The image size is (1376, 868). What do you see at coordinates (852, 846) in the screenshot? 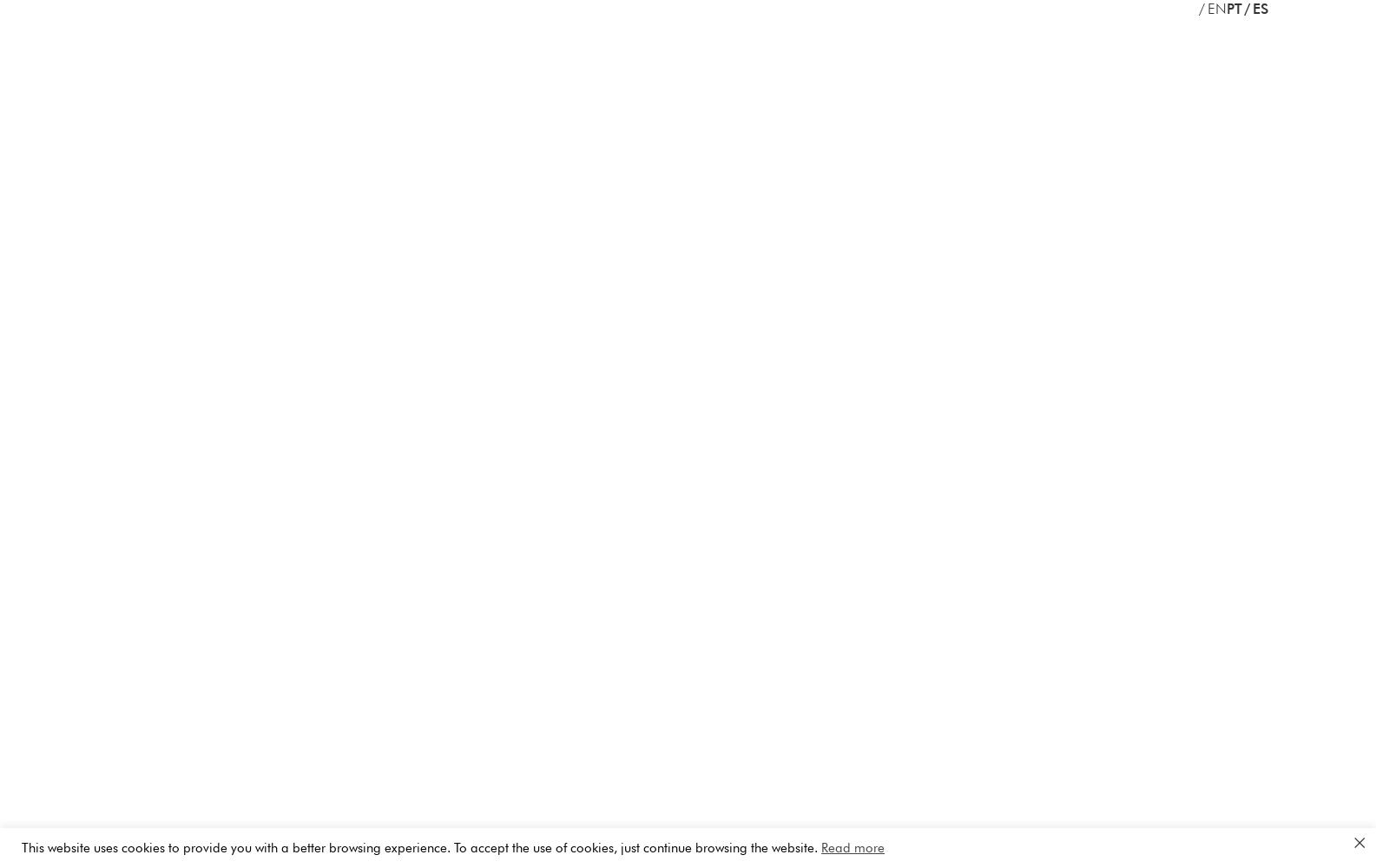
I see `'Read more'` at bounding box center [852, 846].